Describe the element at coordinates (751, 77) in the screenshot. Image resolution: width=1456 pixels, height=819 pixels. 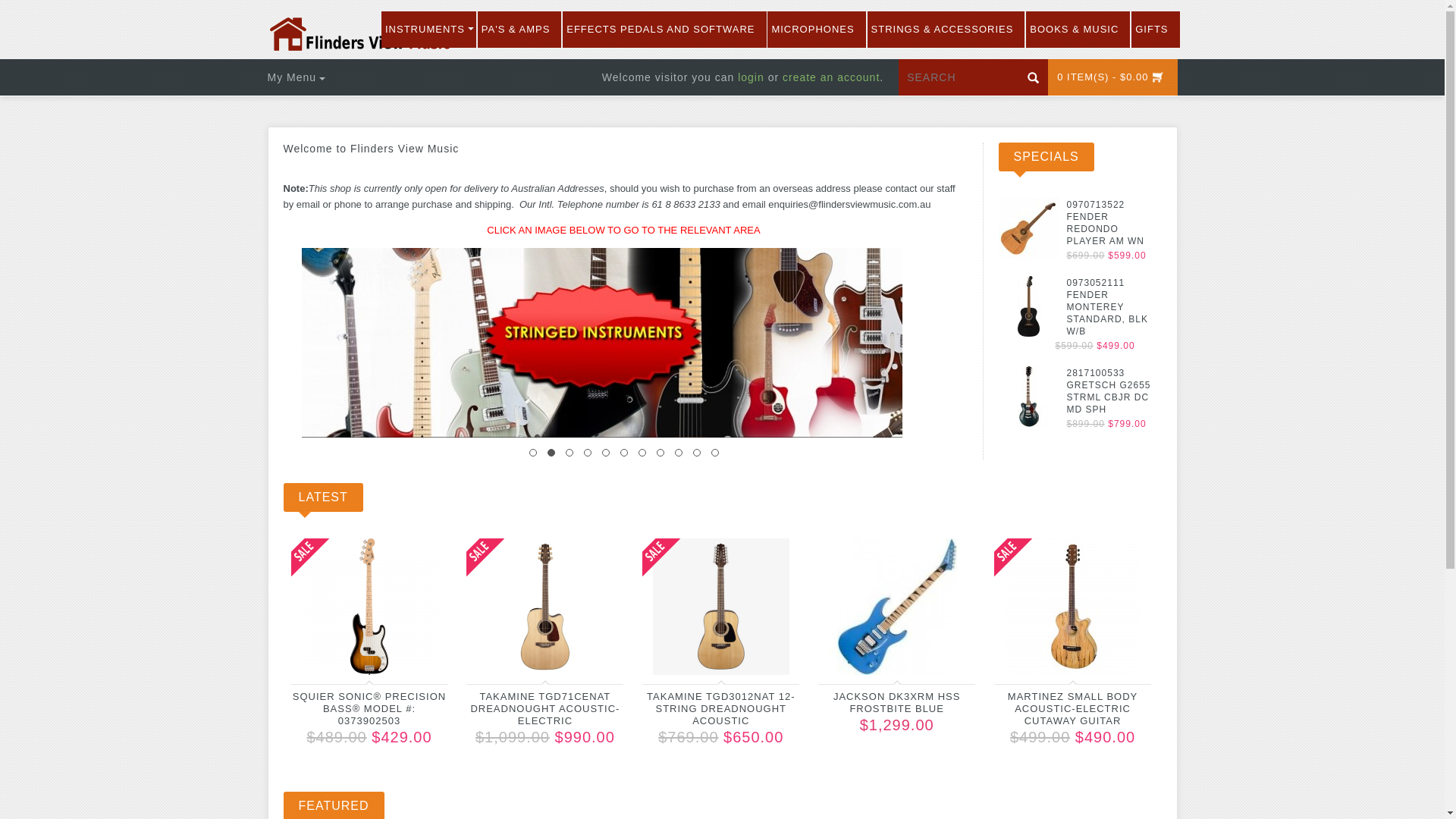
I see `'login'` at that location.